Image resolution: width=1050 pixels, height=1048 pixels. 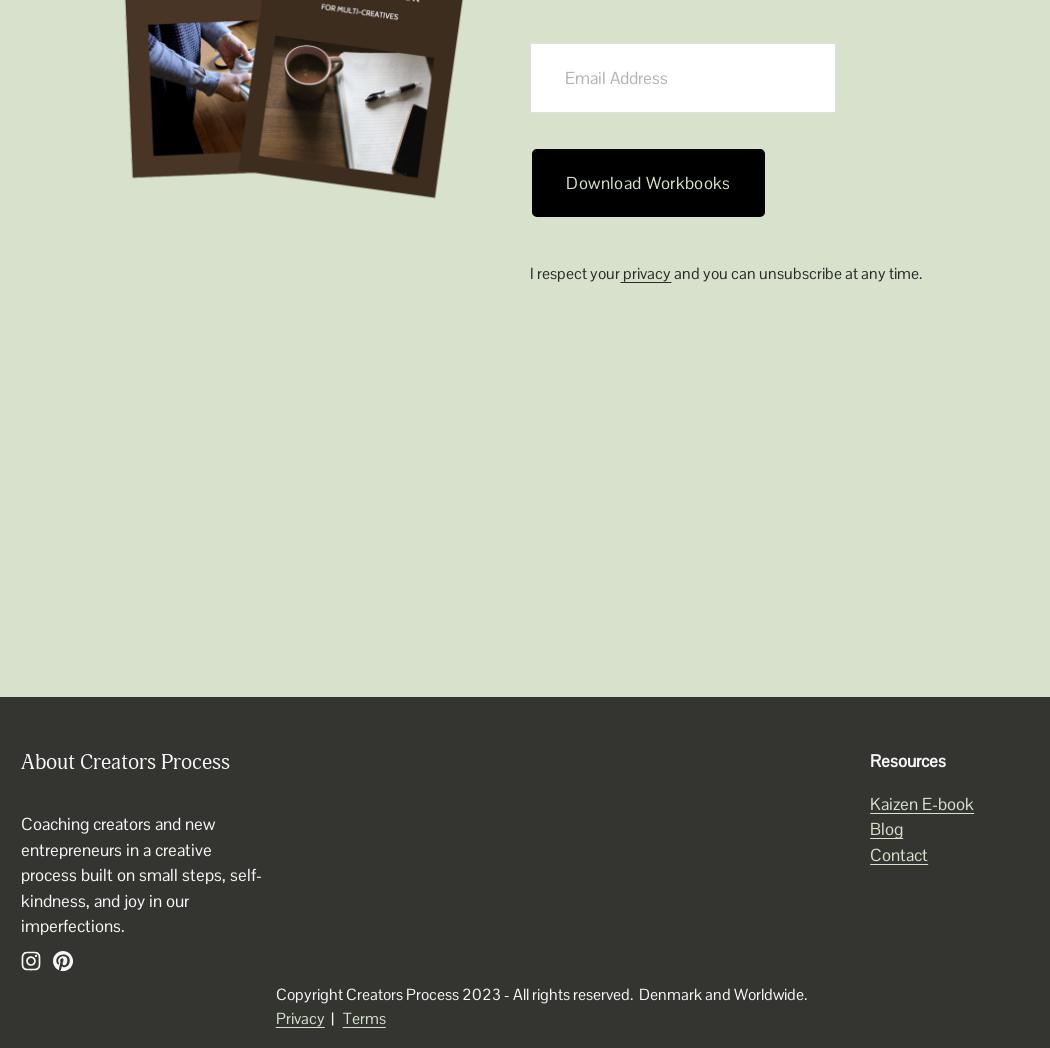 I want to click on 'Resources', so click(x=908, y=760).